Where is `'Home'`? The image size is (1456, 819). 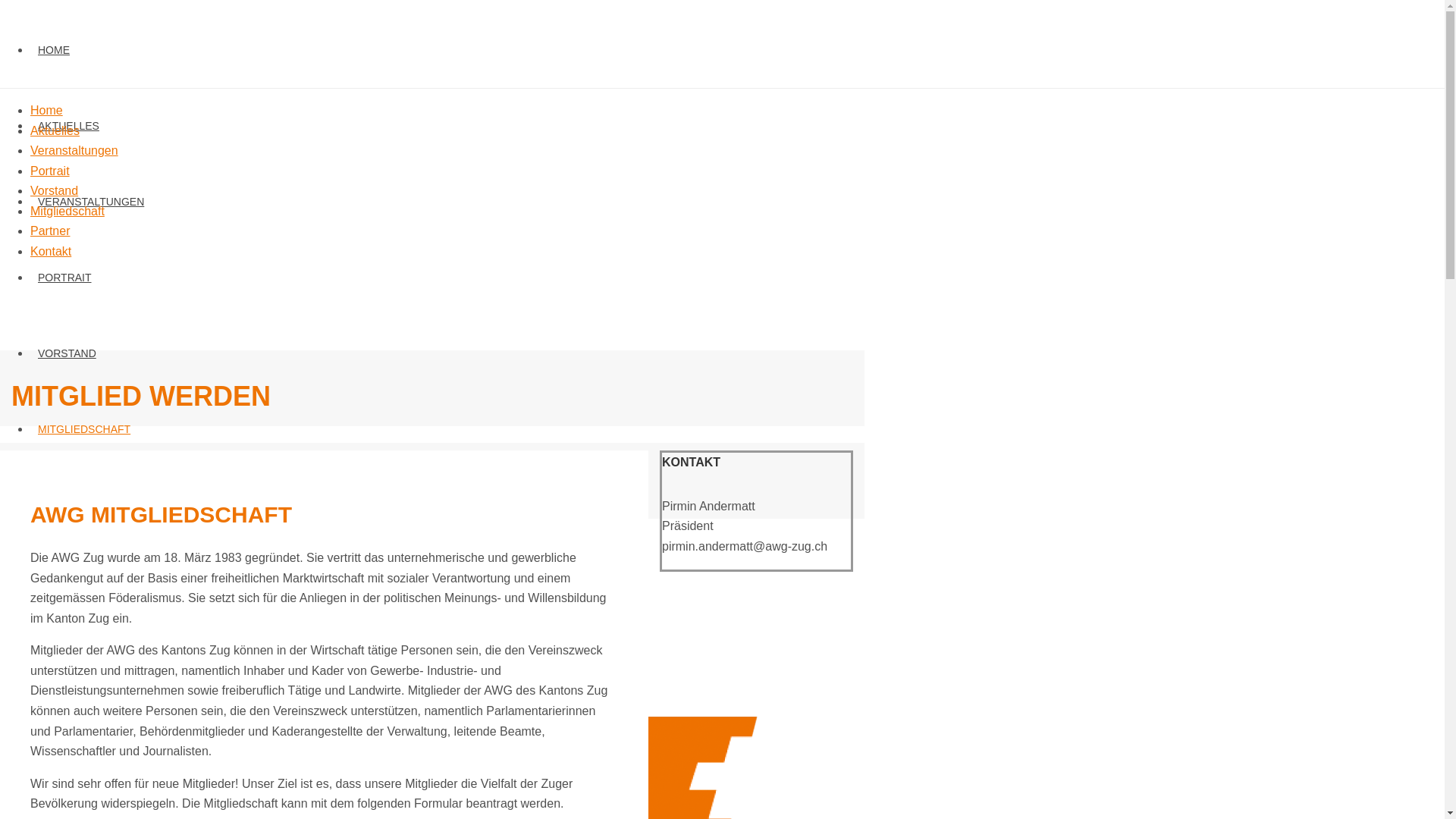
'Home' is located at coordinates (46, 109).